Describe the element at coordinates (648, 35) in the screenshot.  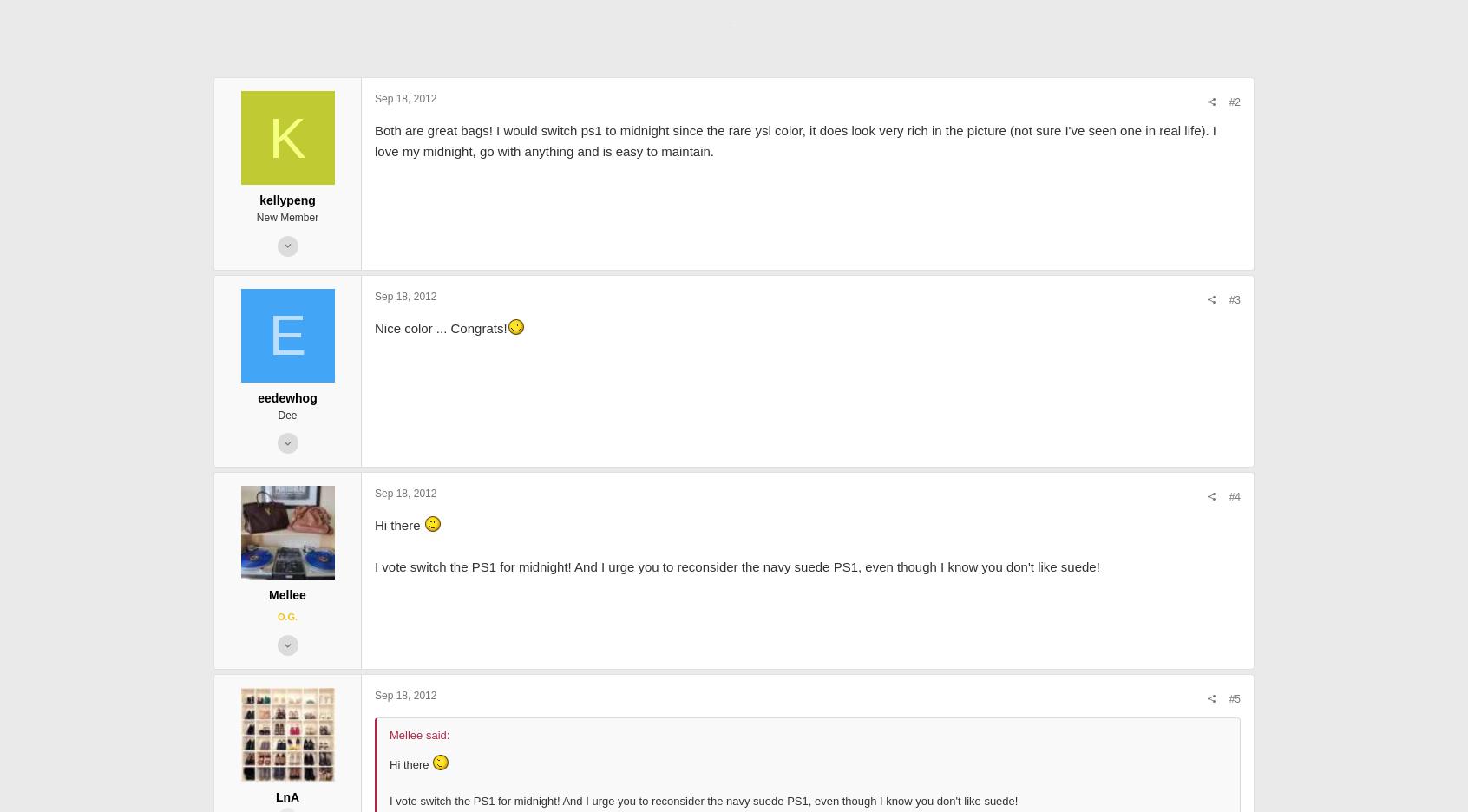
I see `'32.8 KB
· Views: 3,061'` at that location.